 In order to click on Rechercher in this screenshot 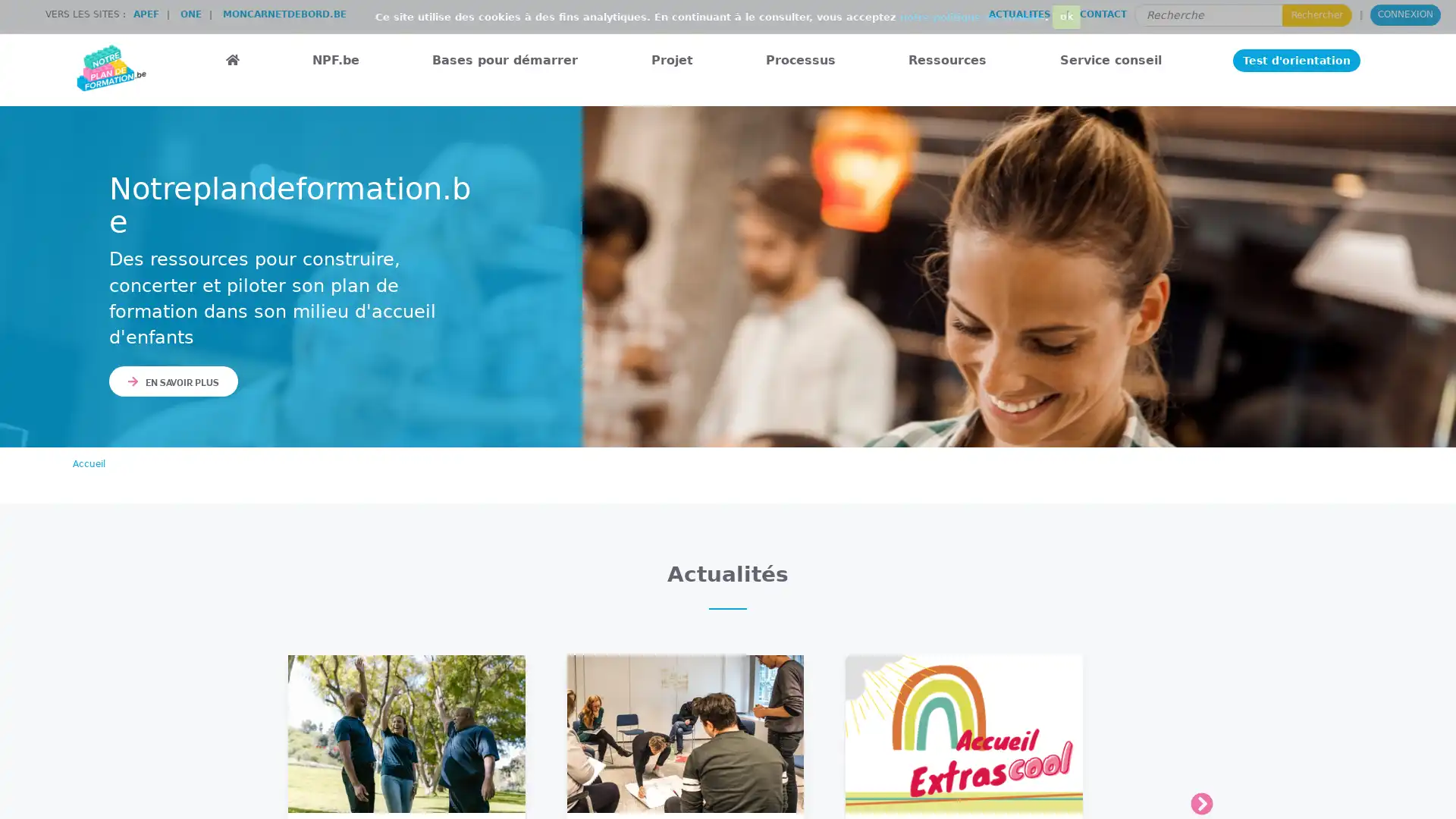, I will do `click(1316, 14)`.